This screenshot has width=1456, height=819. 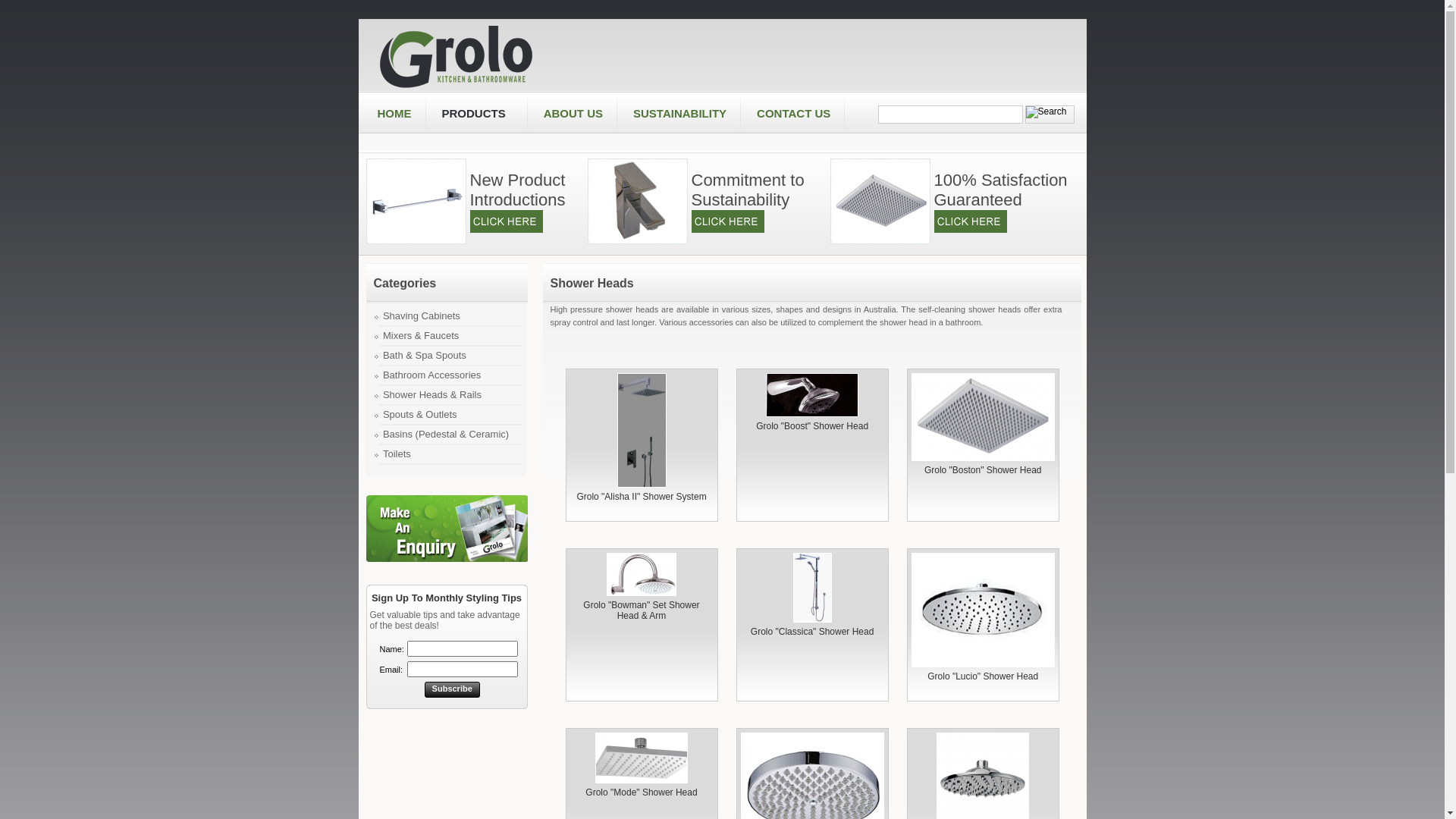 What do you see at coordinates (641, 497) in the screenshot?
I see `'Grolo "Alisha II" Shower System'` at bounding box center [641, 497].